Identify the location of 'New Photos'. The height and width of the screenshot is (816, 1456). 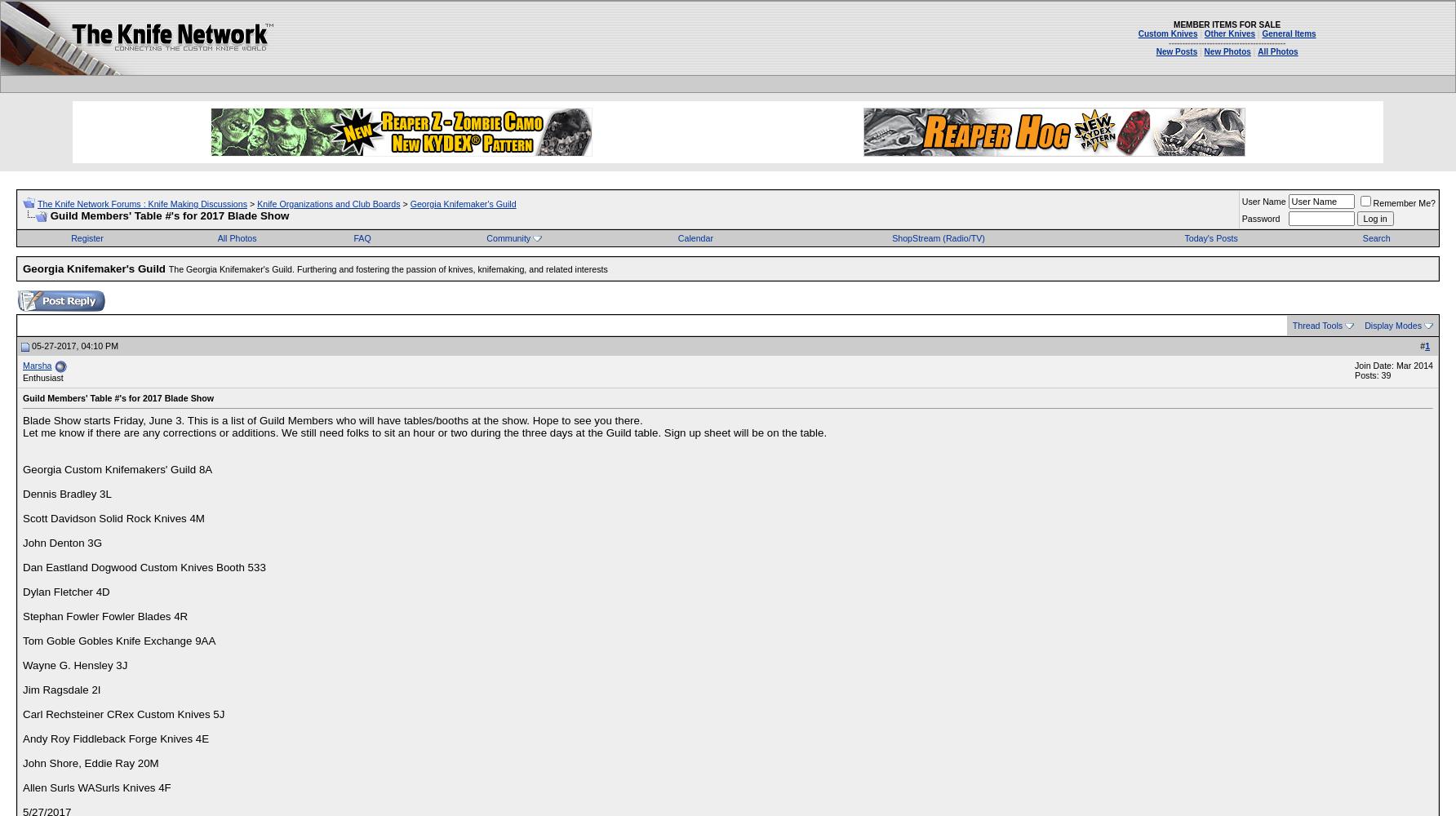
(1226, 51).